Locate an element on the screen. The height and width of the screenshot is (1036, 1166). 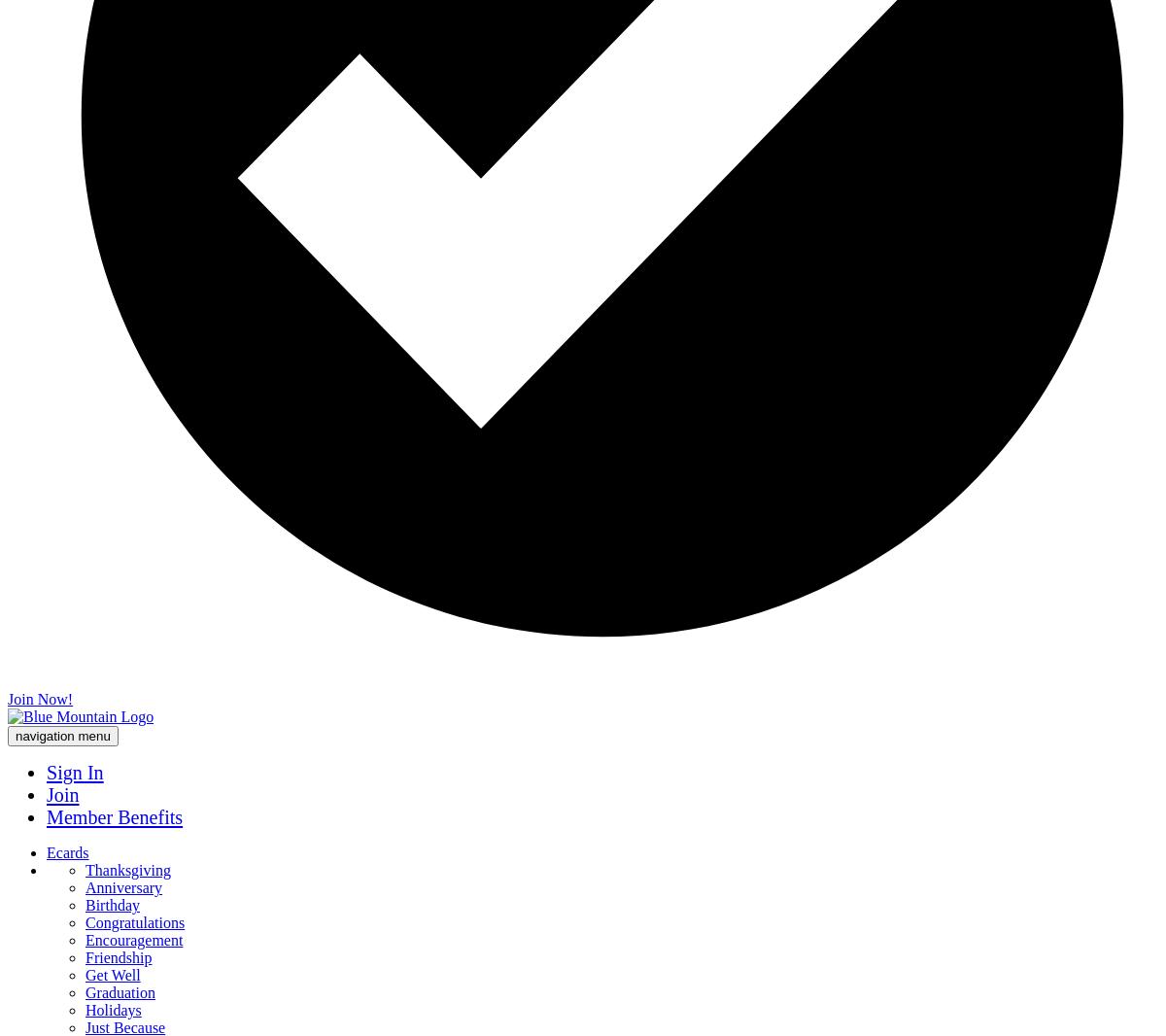
'Graduation' is located at coordinates (120, 992).